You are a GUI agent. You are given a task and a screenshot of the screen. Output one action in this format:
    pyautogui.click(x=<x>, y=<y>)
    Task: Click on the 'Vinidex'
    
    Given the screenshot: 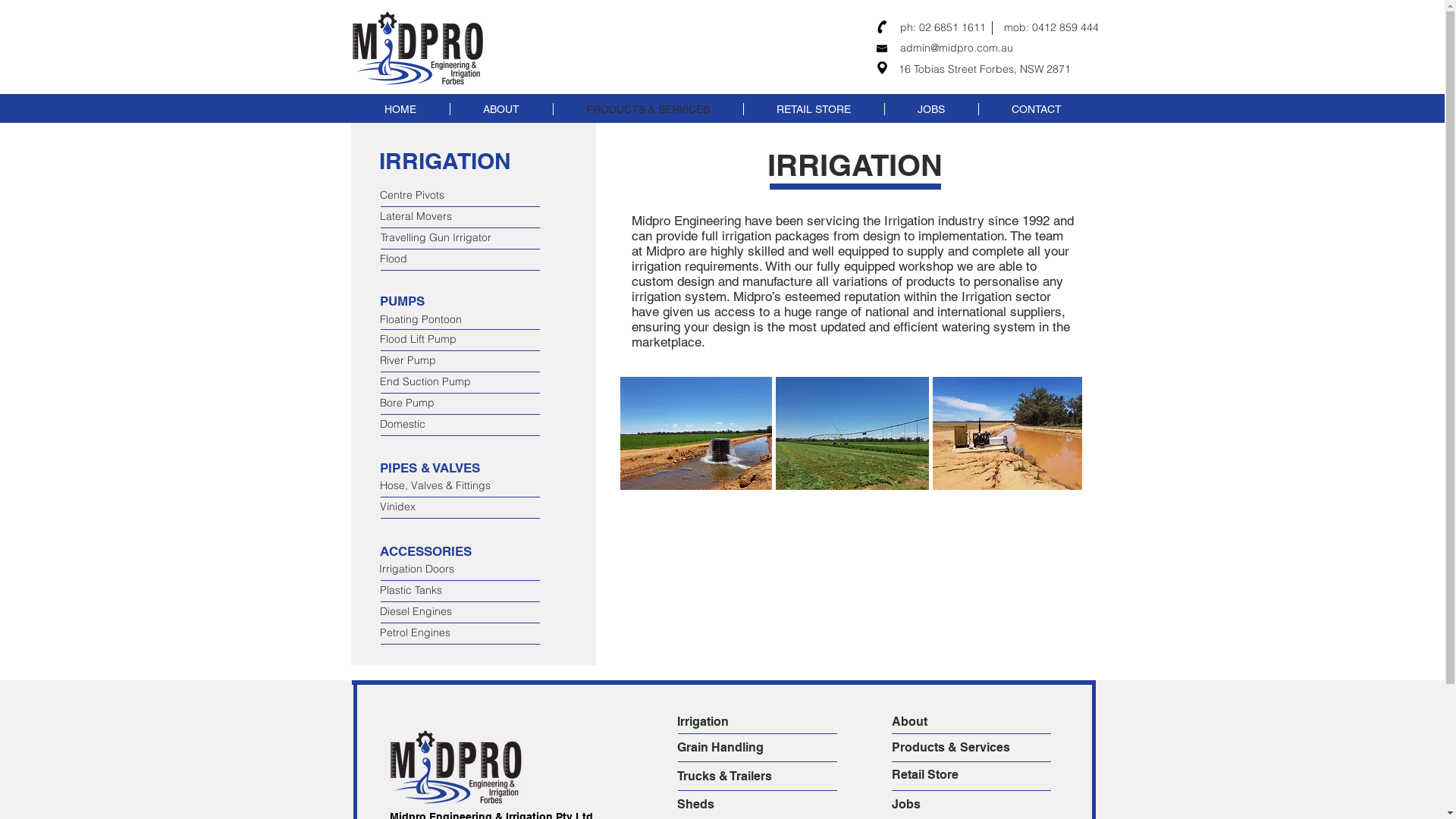 What is the action you would take?
    pyautogui.click(x=432, y=507)
    